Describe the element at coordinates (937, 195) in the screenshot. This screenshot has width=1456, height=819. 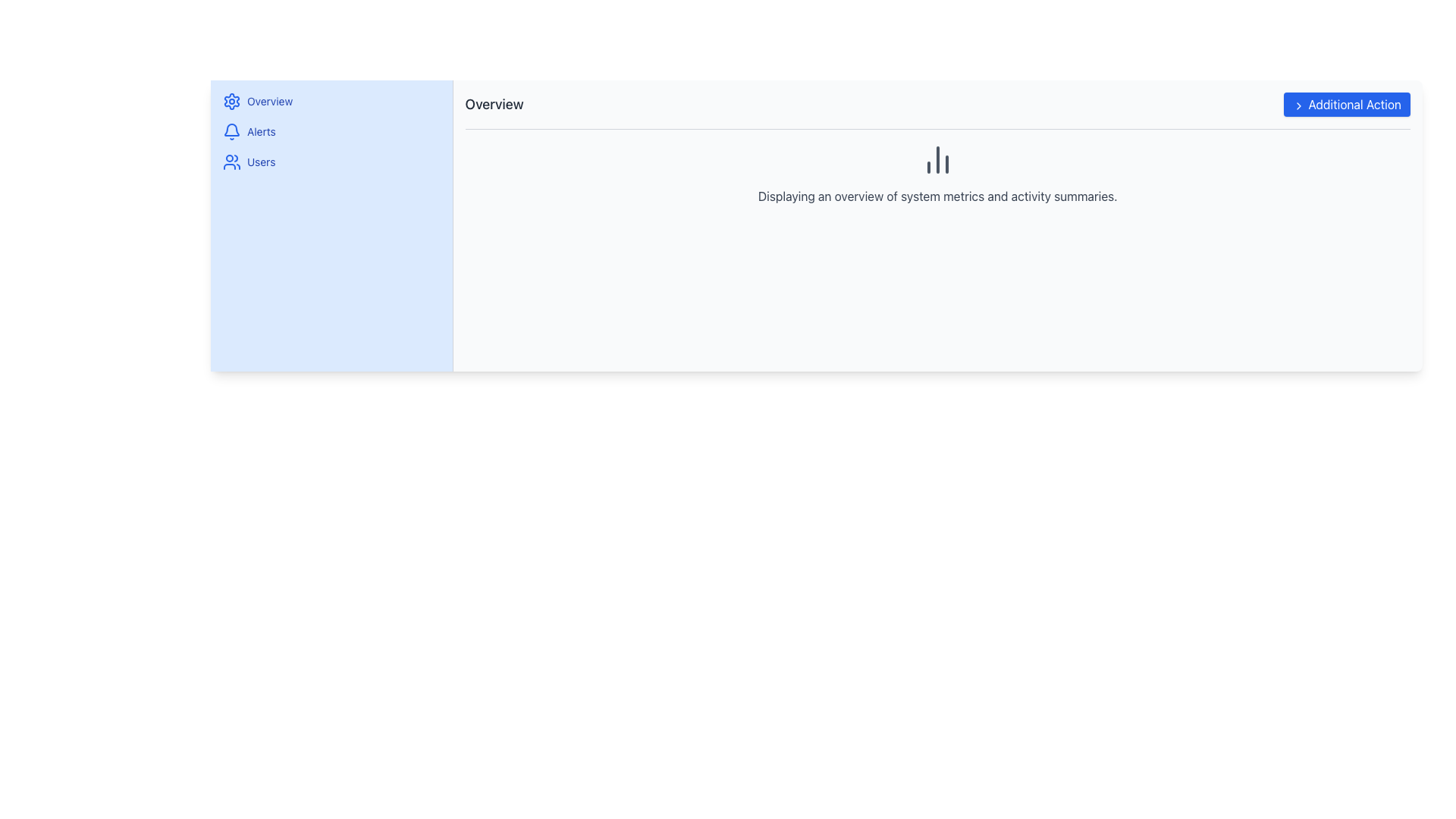
I see `the subtitle text displaying 'Displaying an overview of system metrics and activity summaries.' which is positioned below the graph-like icon` at that location.